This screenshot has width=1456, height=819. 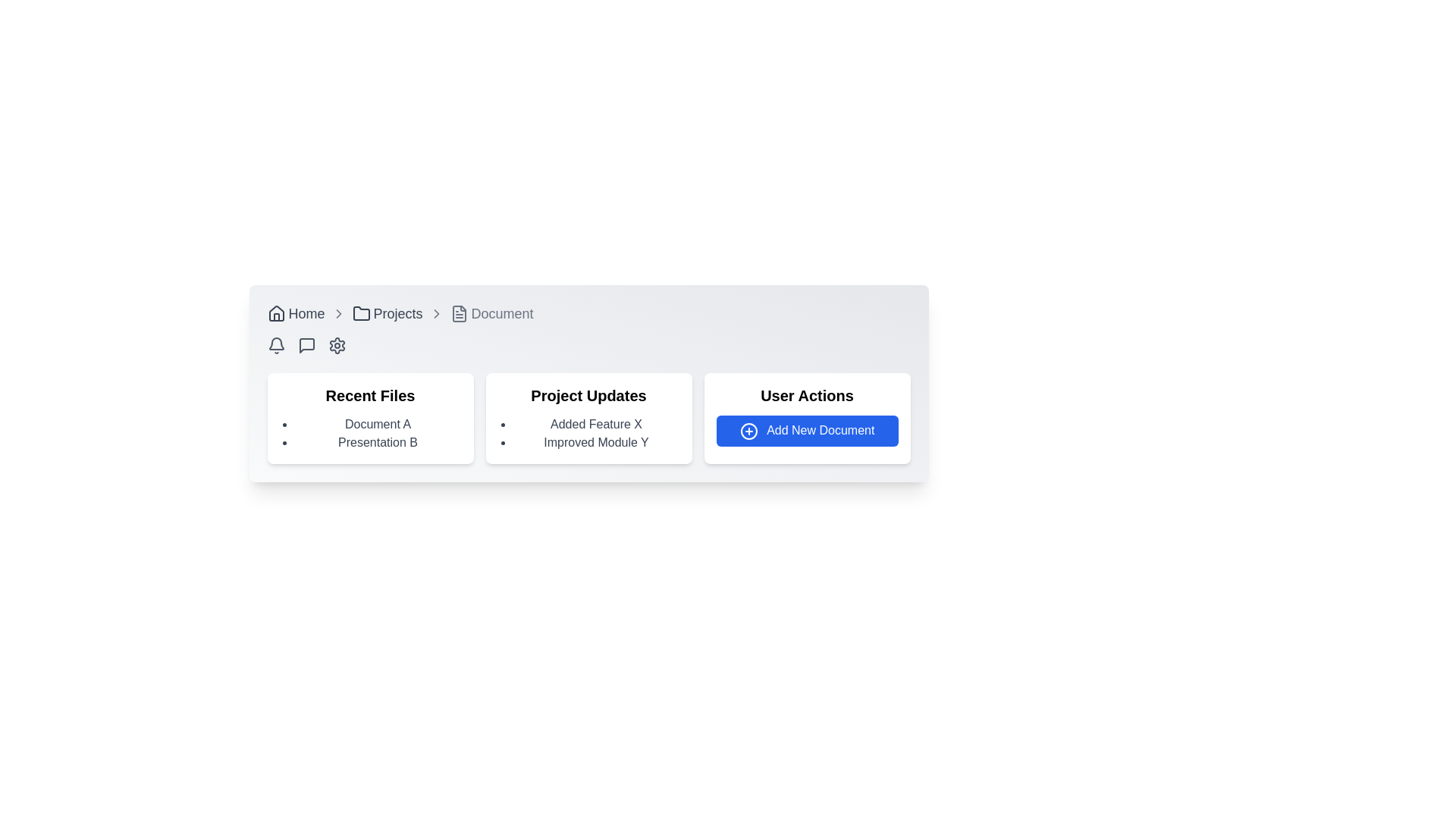 What do you see at coordinates (336, 345) in the screenshot?
I see `the gear-like icon button for settings` at bounding box center [336, 345].